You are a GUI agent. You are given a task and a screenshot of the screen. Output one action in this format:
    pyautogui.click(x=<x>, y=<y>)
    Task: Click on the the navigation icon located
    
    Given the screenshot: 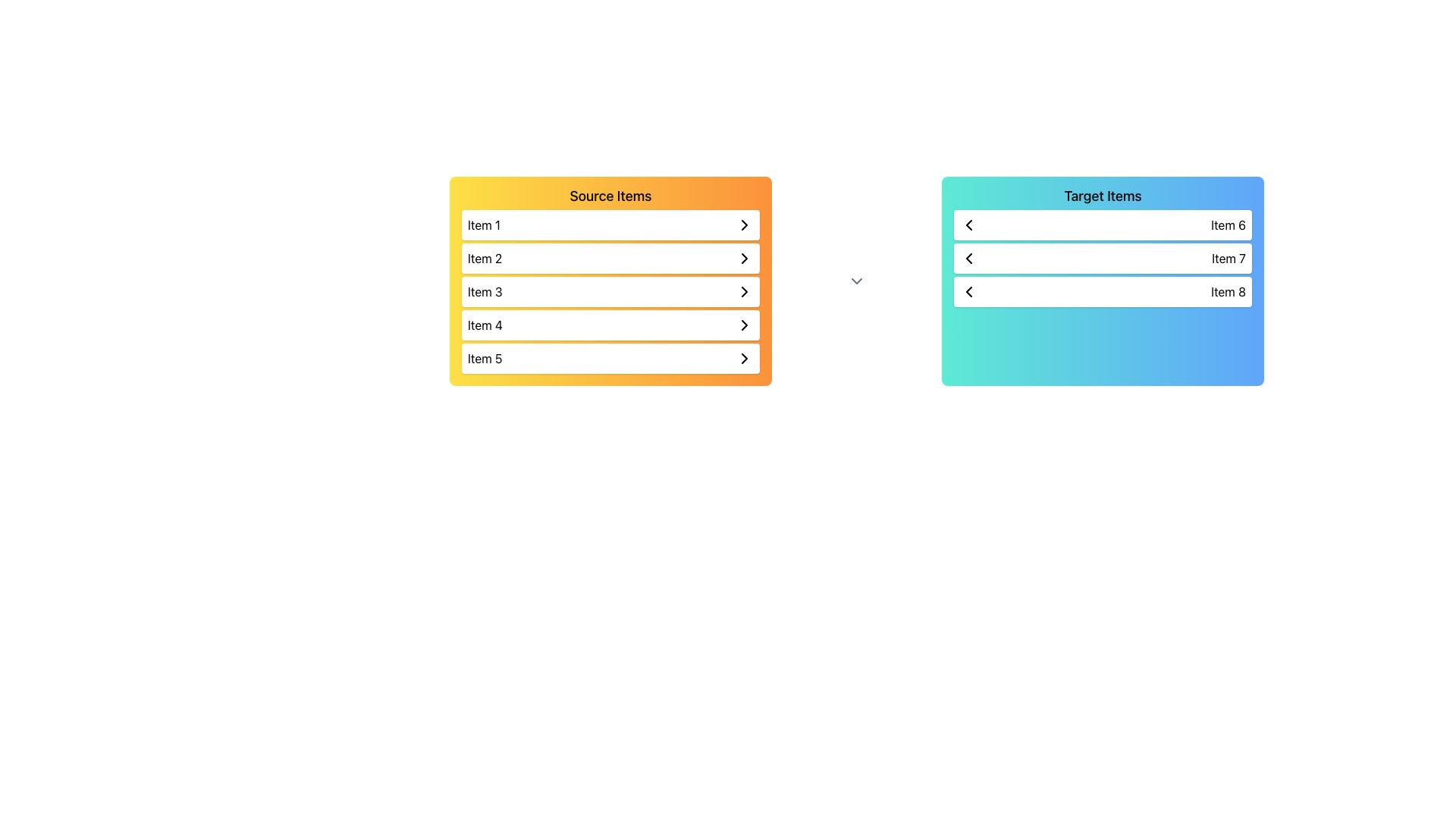 What is the action you would take?
    pyautogui.click(x=744, y=257)
    